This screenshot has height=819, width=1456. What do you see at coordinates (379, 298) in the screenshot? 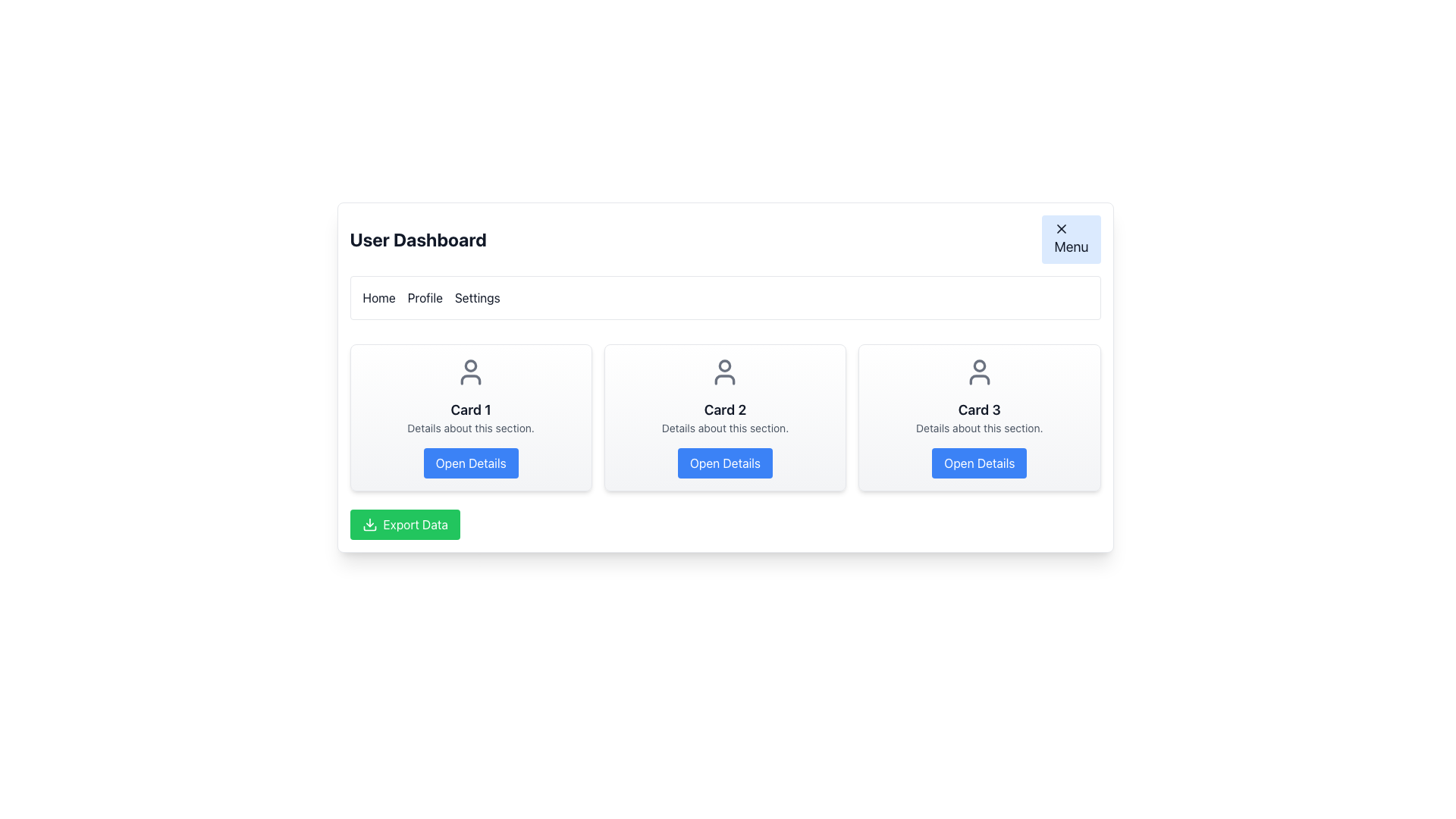
I see `the 'Home' text label in the horizontal navigation menu located on the top-left side of the application interface` at bounding box center [379, 298].